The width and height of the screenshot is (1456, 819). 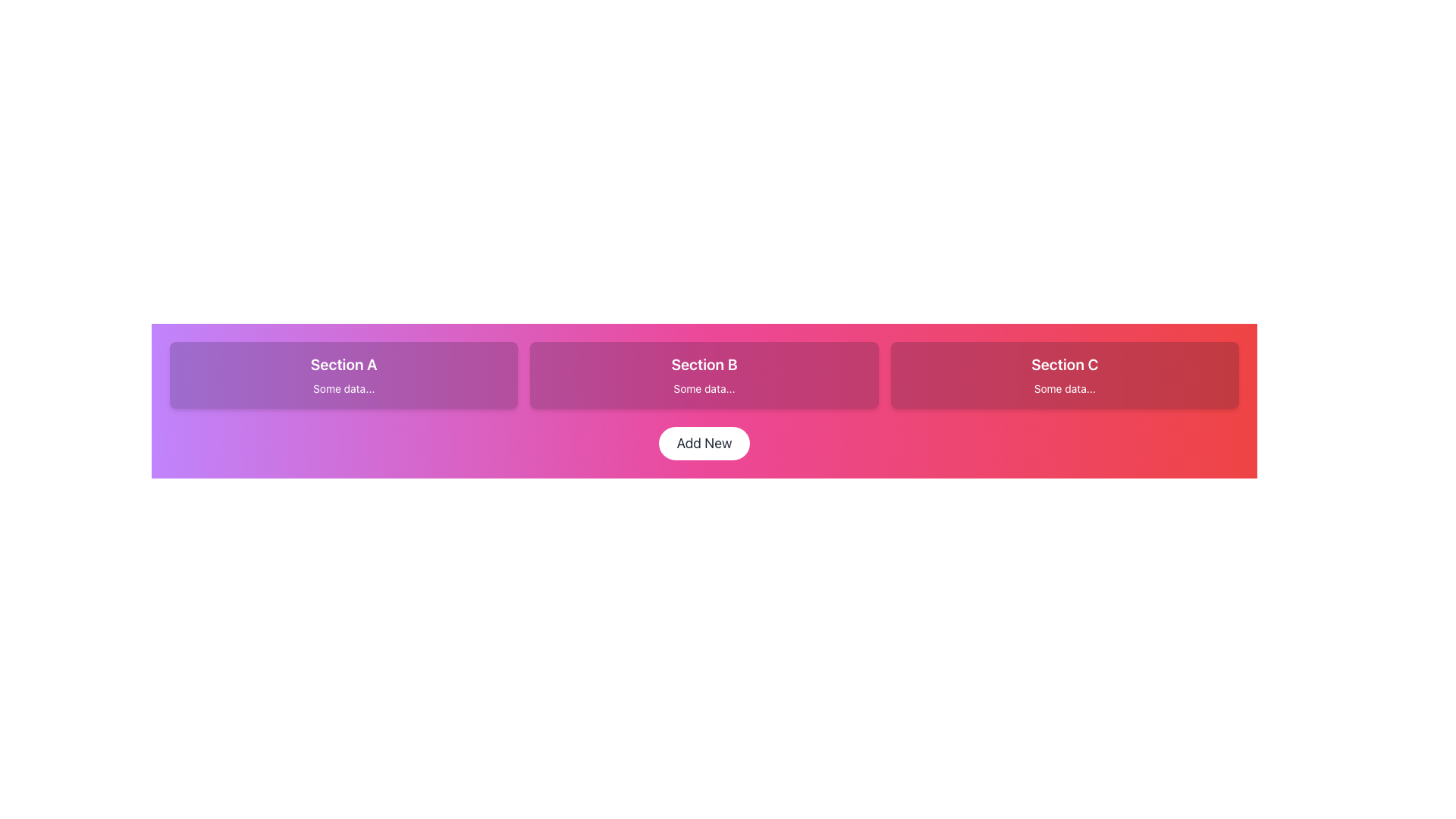 I want to click on the Informational Card labeled 'Section B' that contains the text 'Some data...' and is styled with a semi-transparent dark overlay, located in the middle of a 3-column grid, so click(x=703, y=375).